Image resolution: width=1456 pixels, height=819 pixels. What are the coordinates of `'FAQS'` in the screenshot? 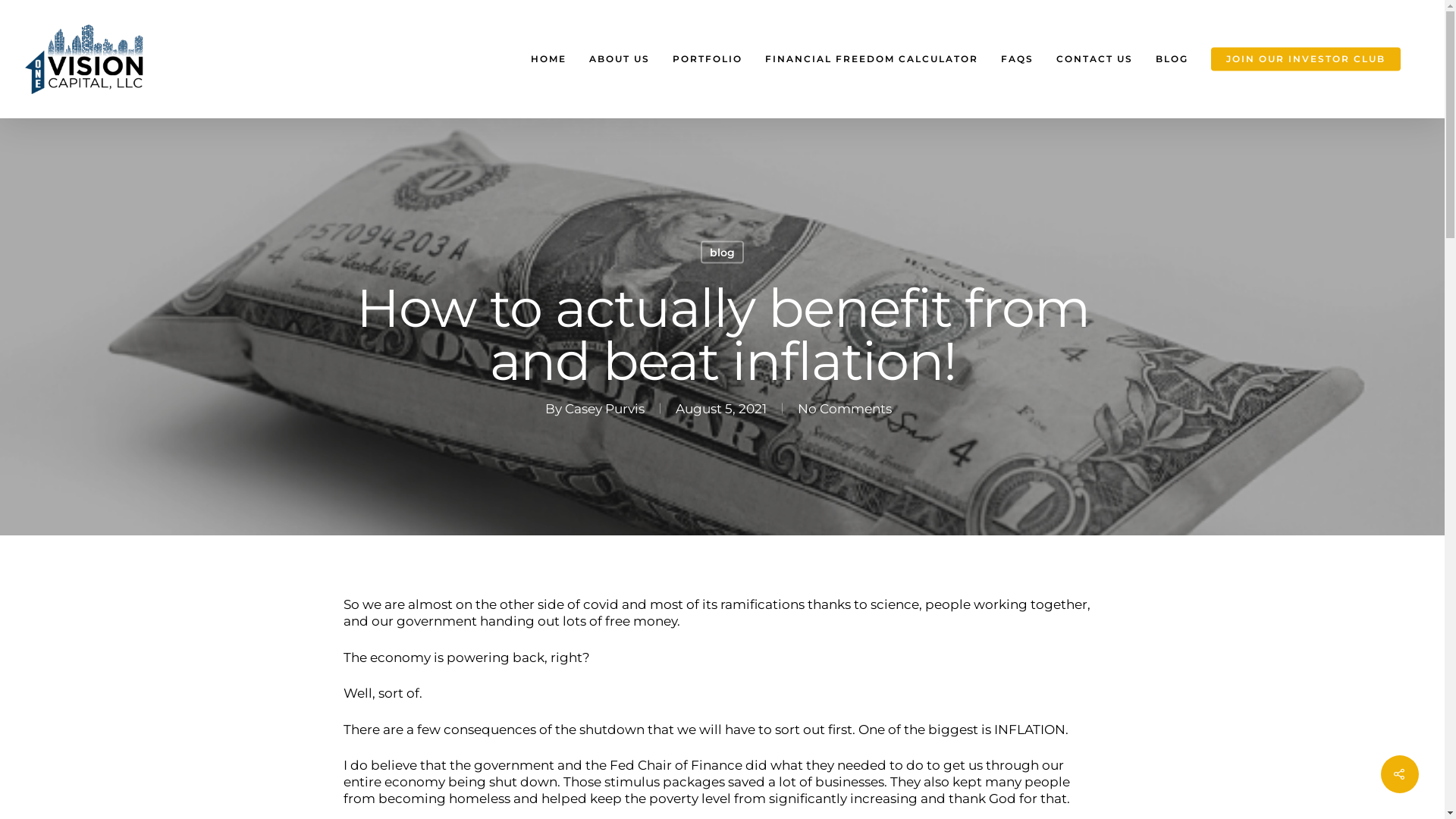 It's located at (1017, 58).